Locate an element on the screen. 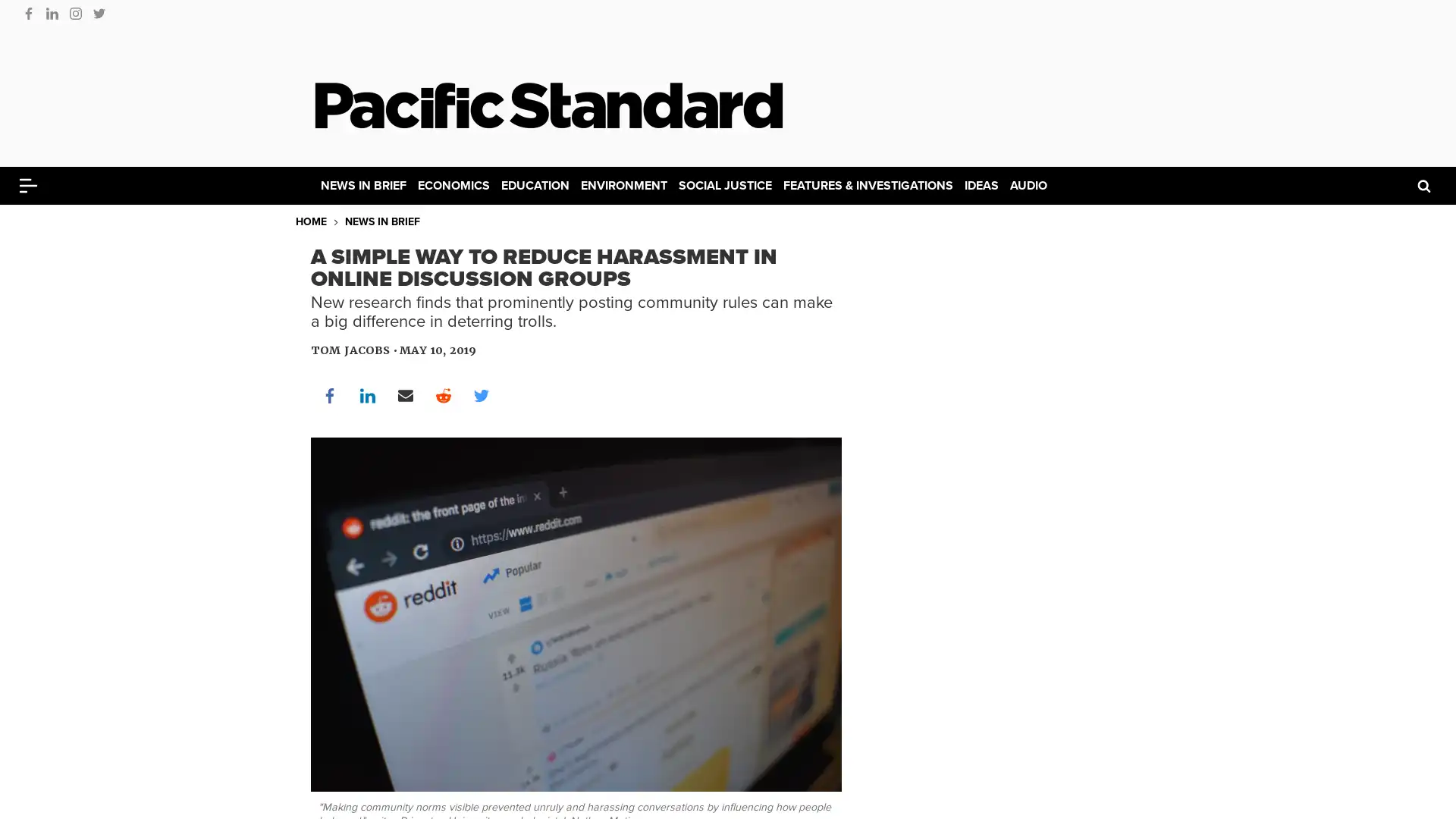 Image resolution: width=1456 pixels, height=819 pixels. Menu is located at coordinates (28, 185).